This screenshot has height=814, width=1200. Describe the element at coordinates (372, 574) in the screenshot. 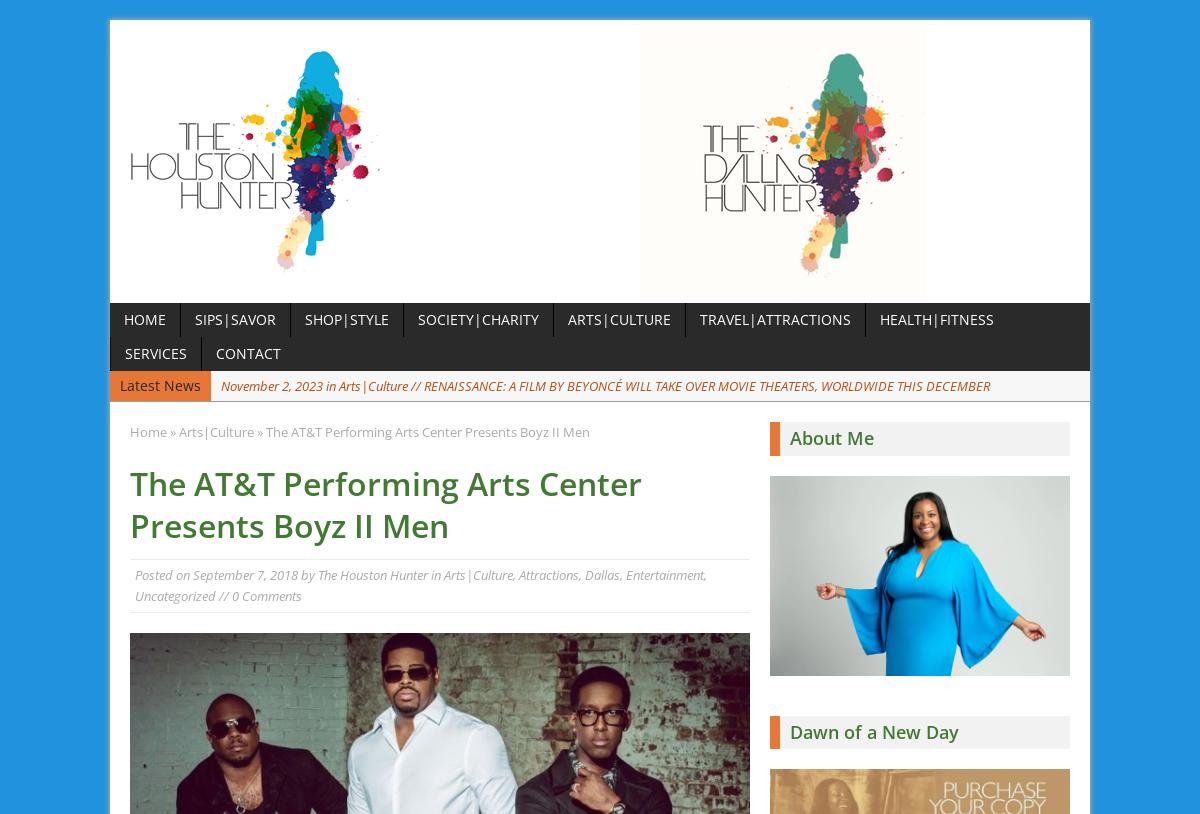

I see `'The Houston Hunter'` at that location.